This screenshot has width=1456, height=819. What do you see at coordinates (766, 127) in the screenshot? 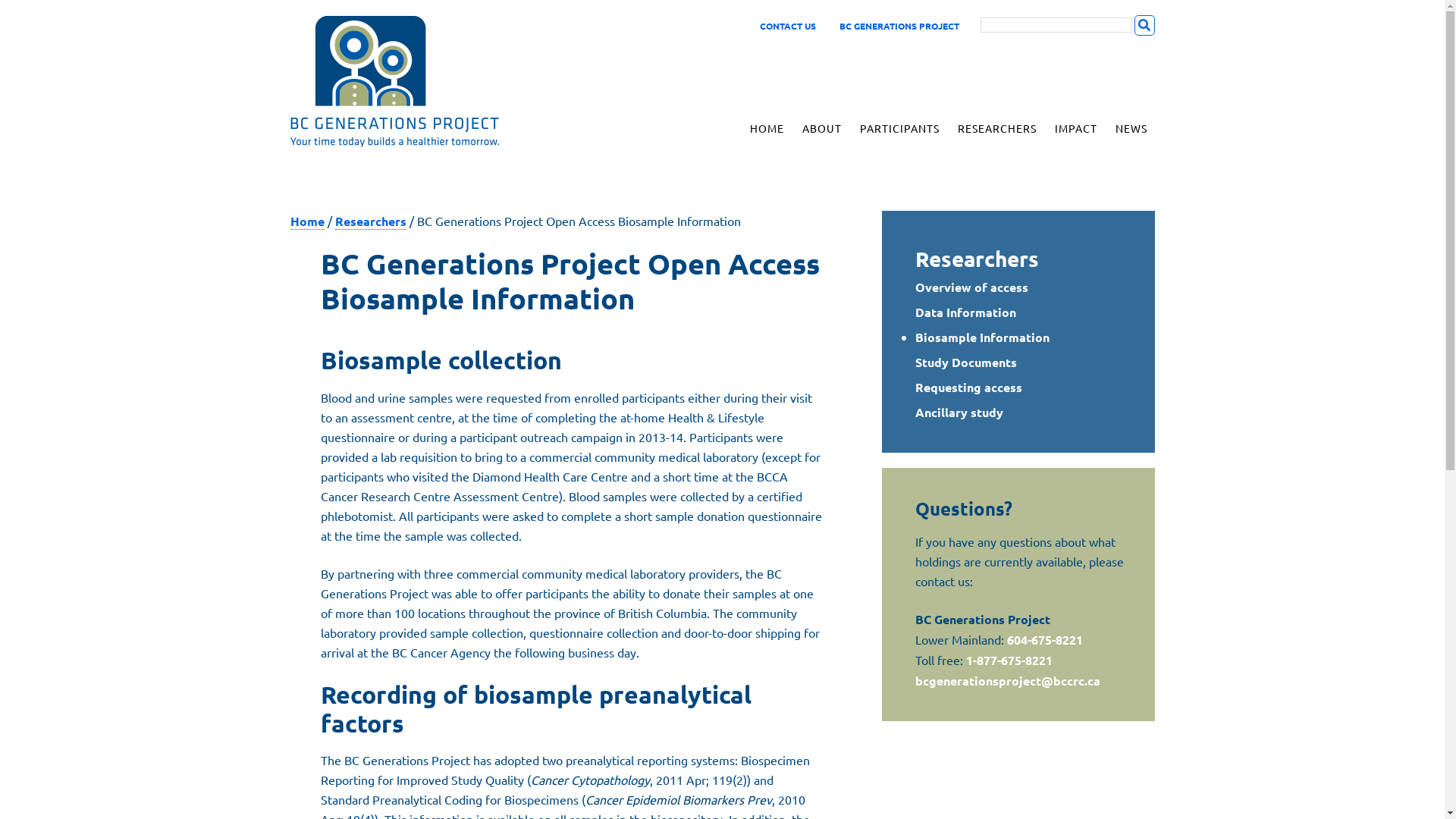
I see `'HOME'` at bounding box center [766, 127].